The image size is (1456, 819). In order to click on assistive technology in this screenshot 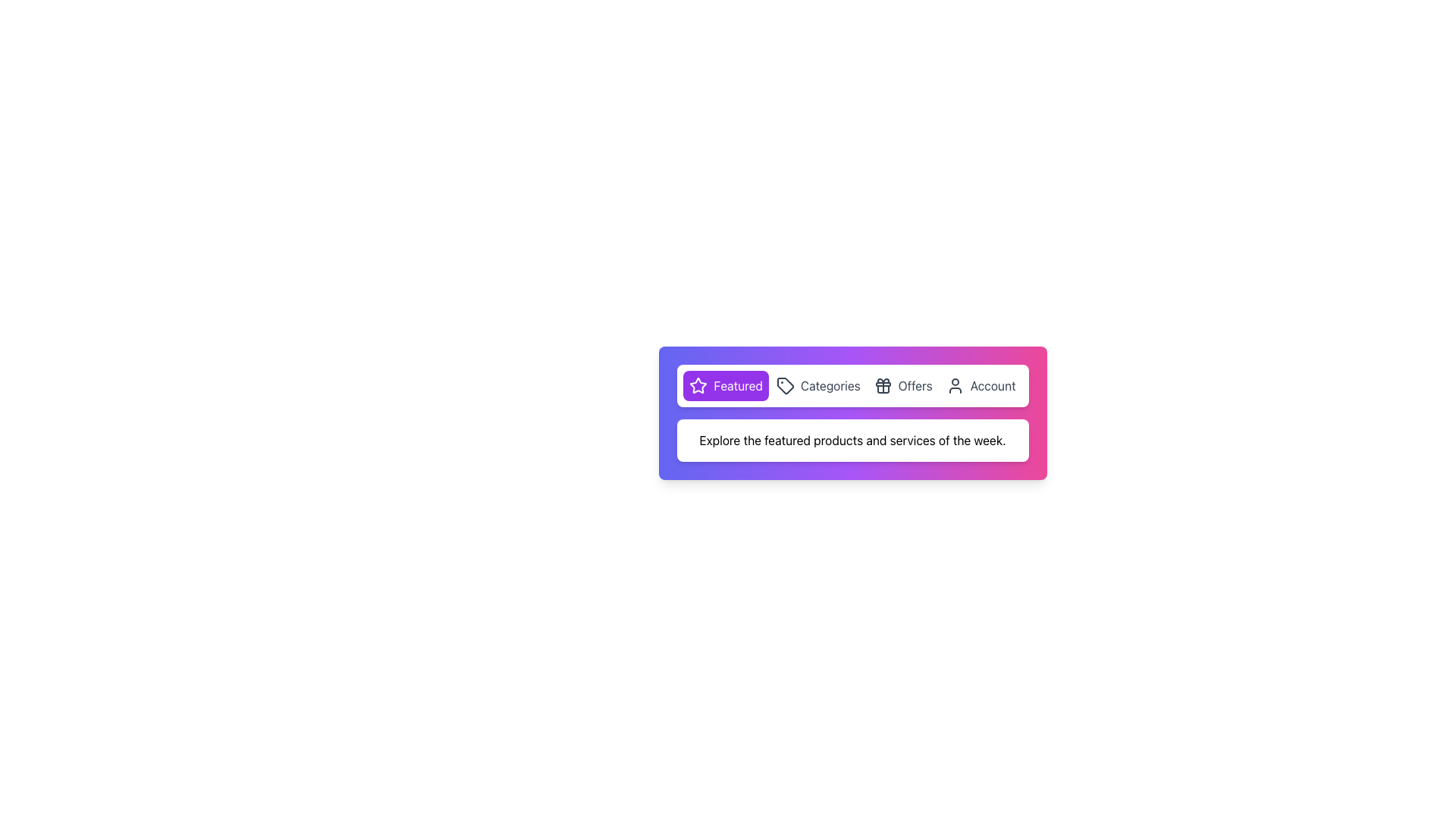, I will do `click(698, 384)`.